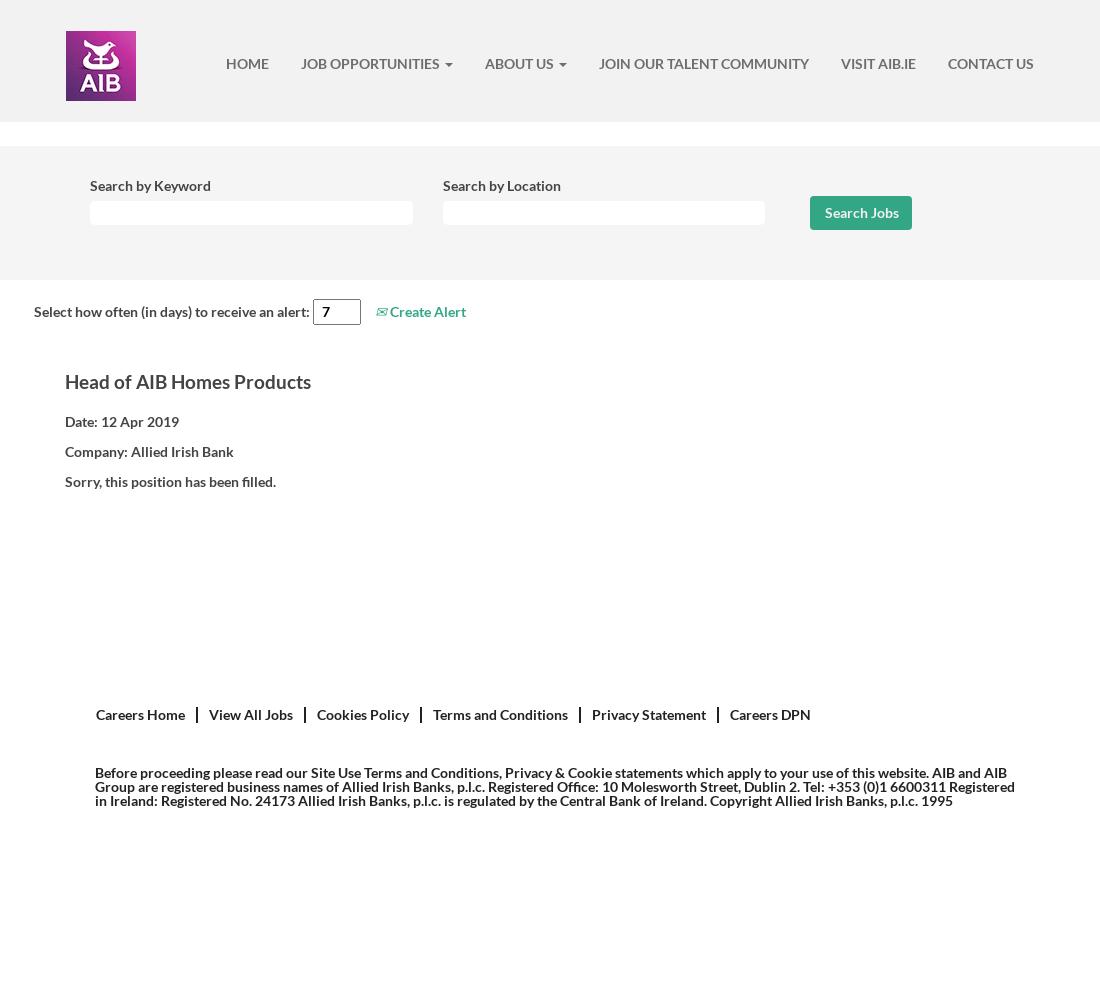 This screenshot has height=1000, width=1100. Describe the element at coordinates (500, 713) in the screenshot. I see `'Terms and Conditions'` at that location.